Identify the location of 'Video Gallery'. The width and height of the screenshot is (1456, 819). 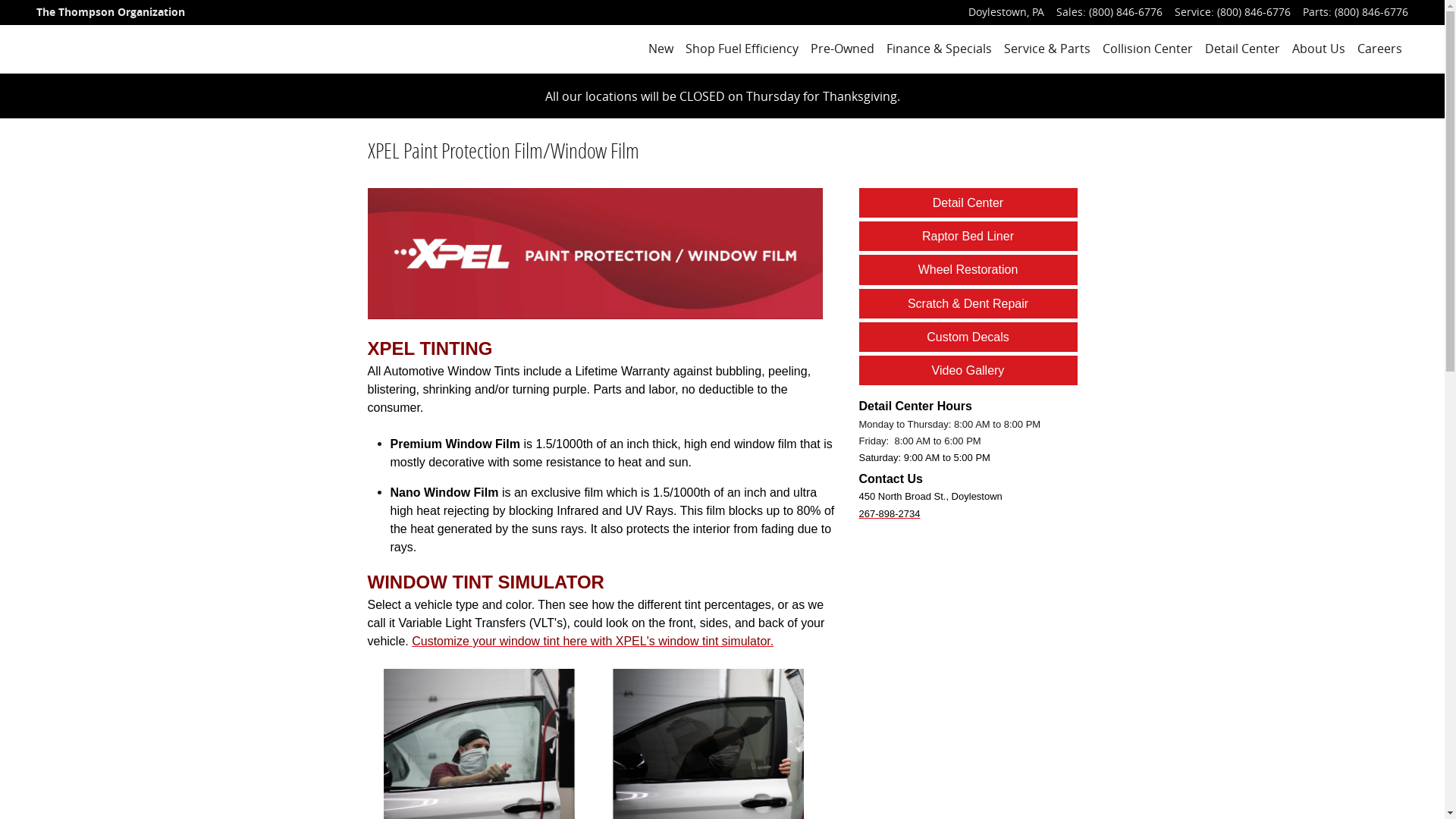
(967, 370).